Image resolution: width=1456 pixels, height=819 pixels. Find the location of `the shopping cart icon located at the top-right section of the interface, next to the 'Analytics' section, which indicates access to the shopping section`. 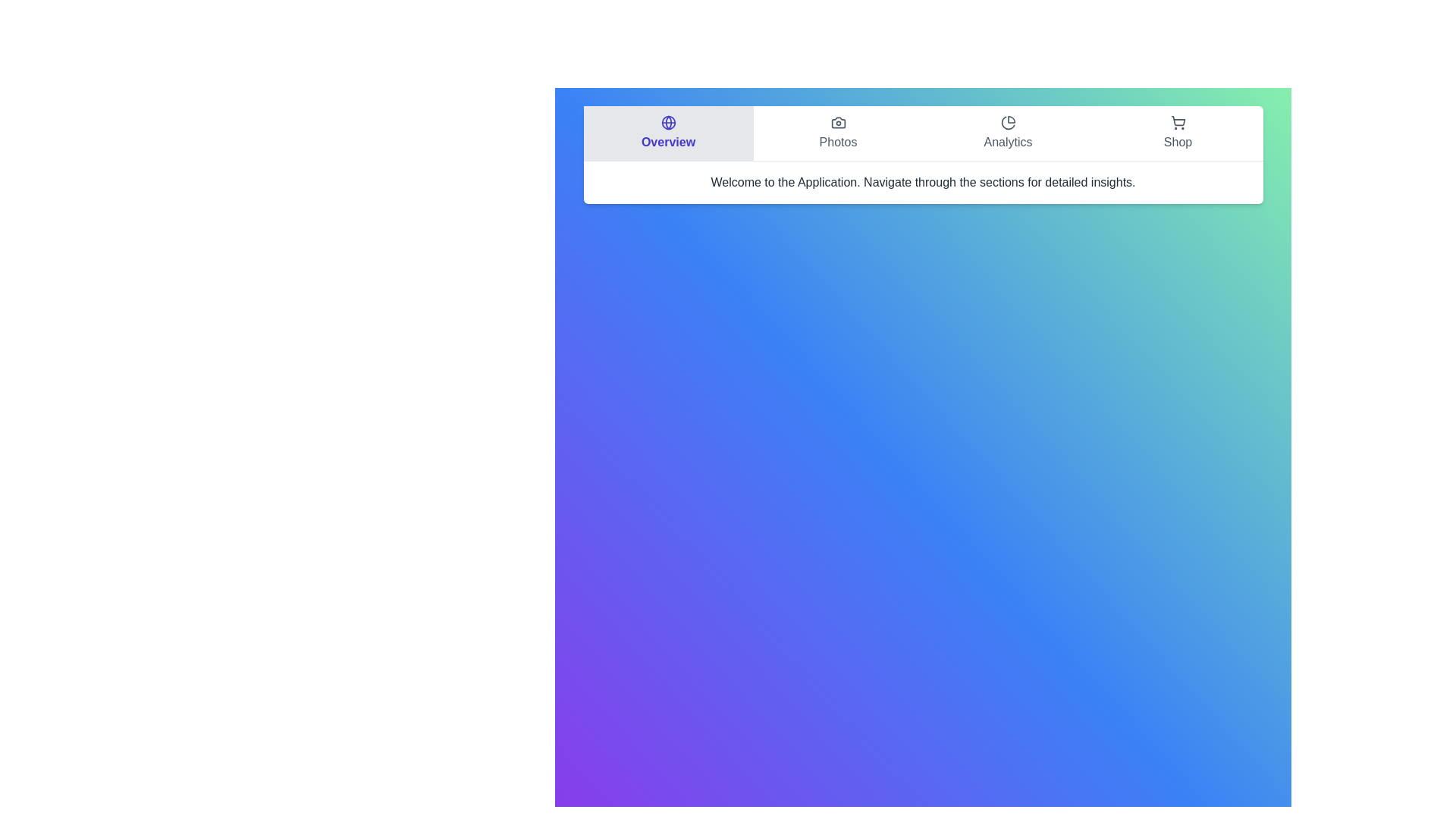

the shopping cart icon located at the top-right section of the interface, next to the 'Analytics' section, which indicates access to the shopping section is located at coordinates (1177, 119).